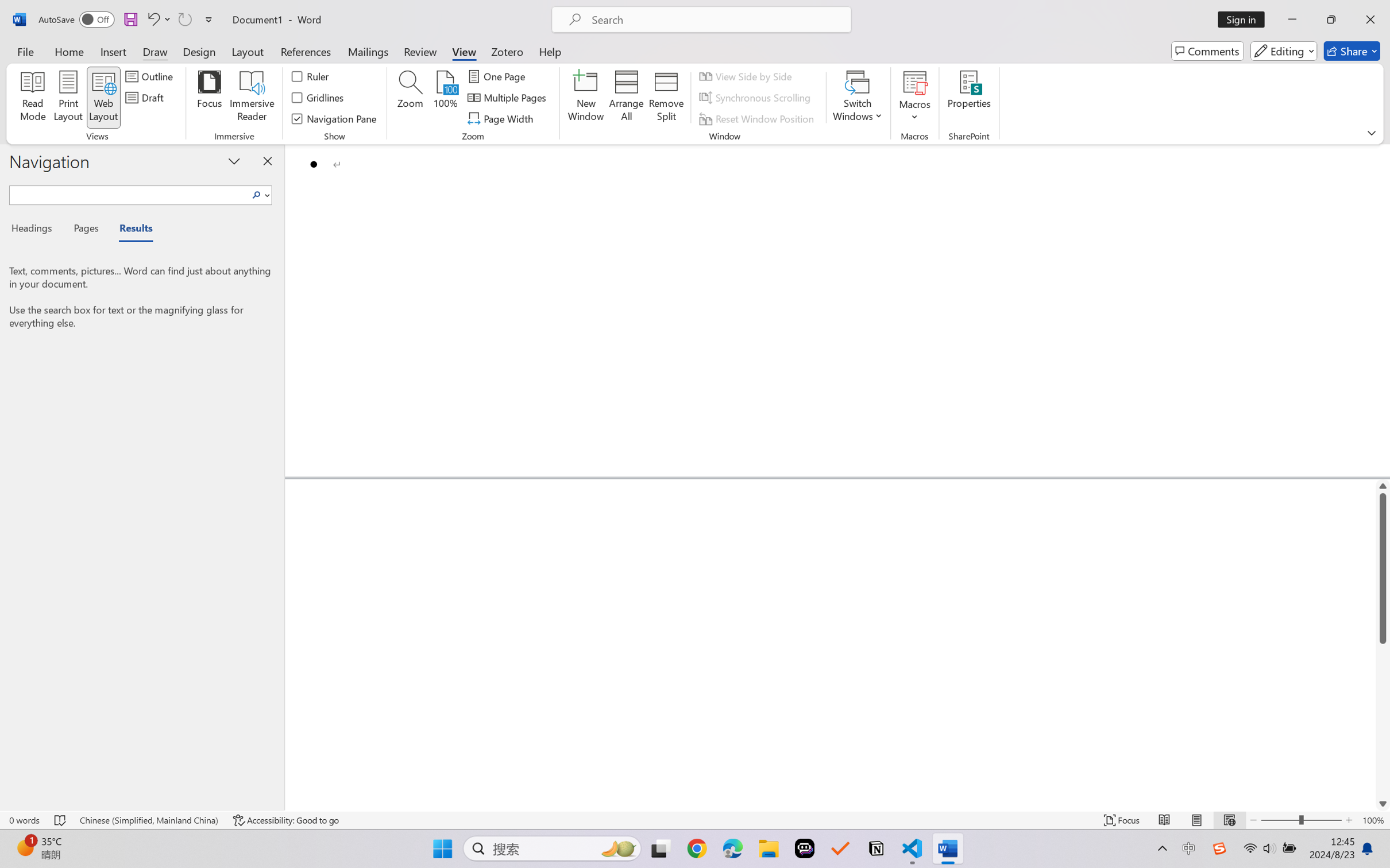 Image resolution: width=1390 pixels, height=868 pixels. Describe the element at coordinates (857, 98) in the screenshot. I see `'Switch Windows'` at that location.